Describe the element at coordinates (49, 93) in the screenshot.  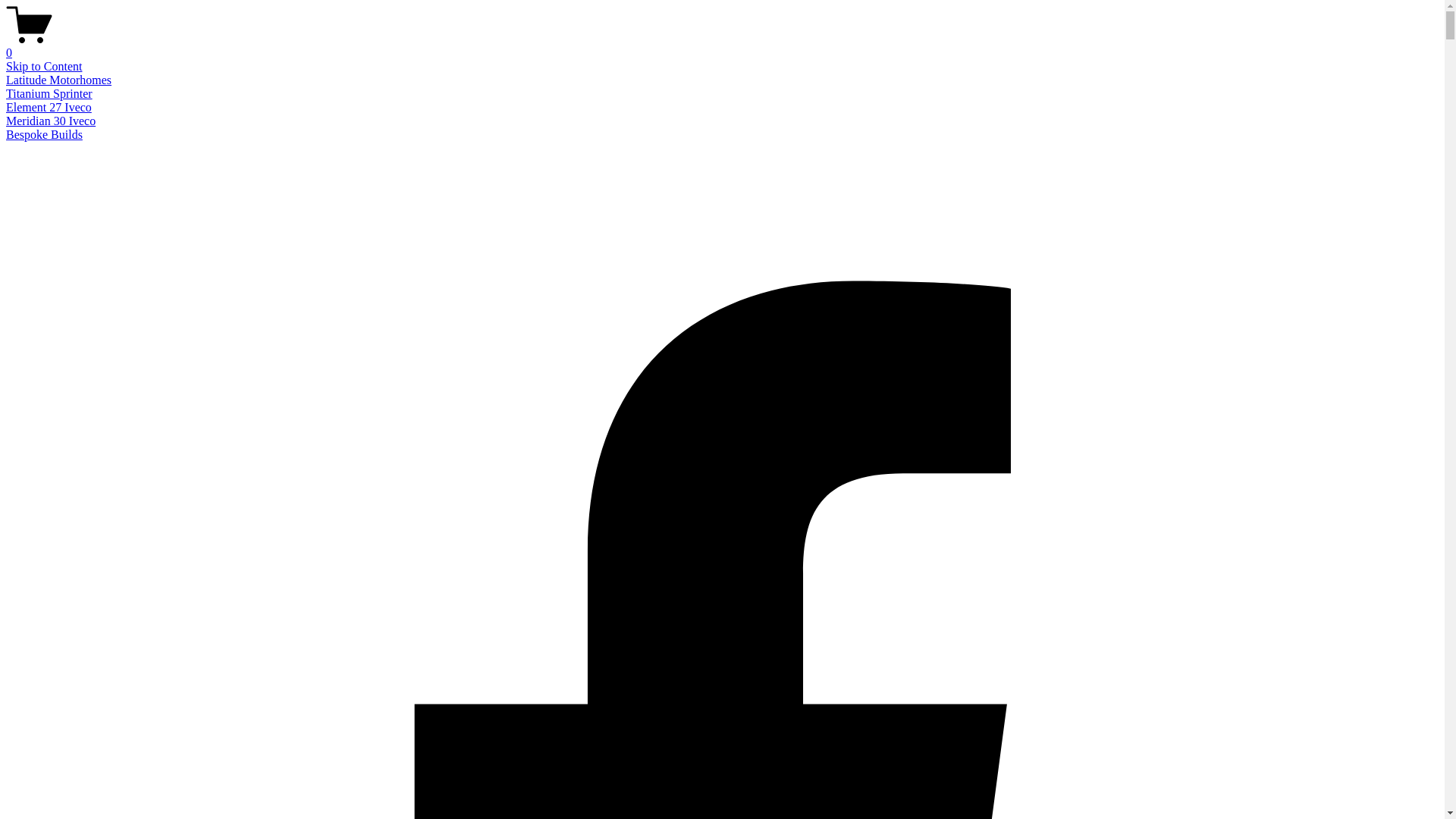
I see `'Titanium Sprinter'` at that location.